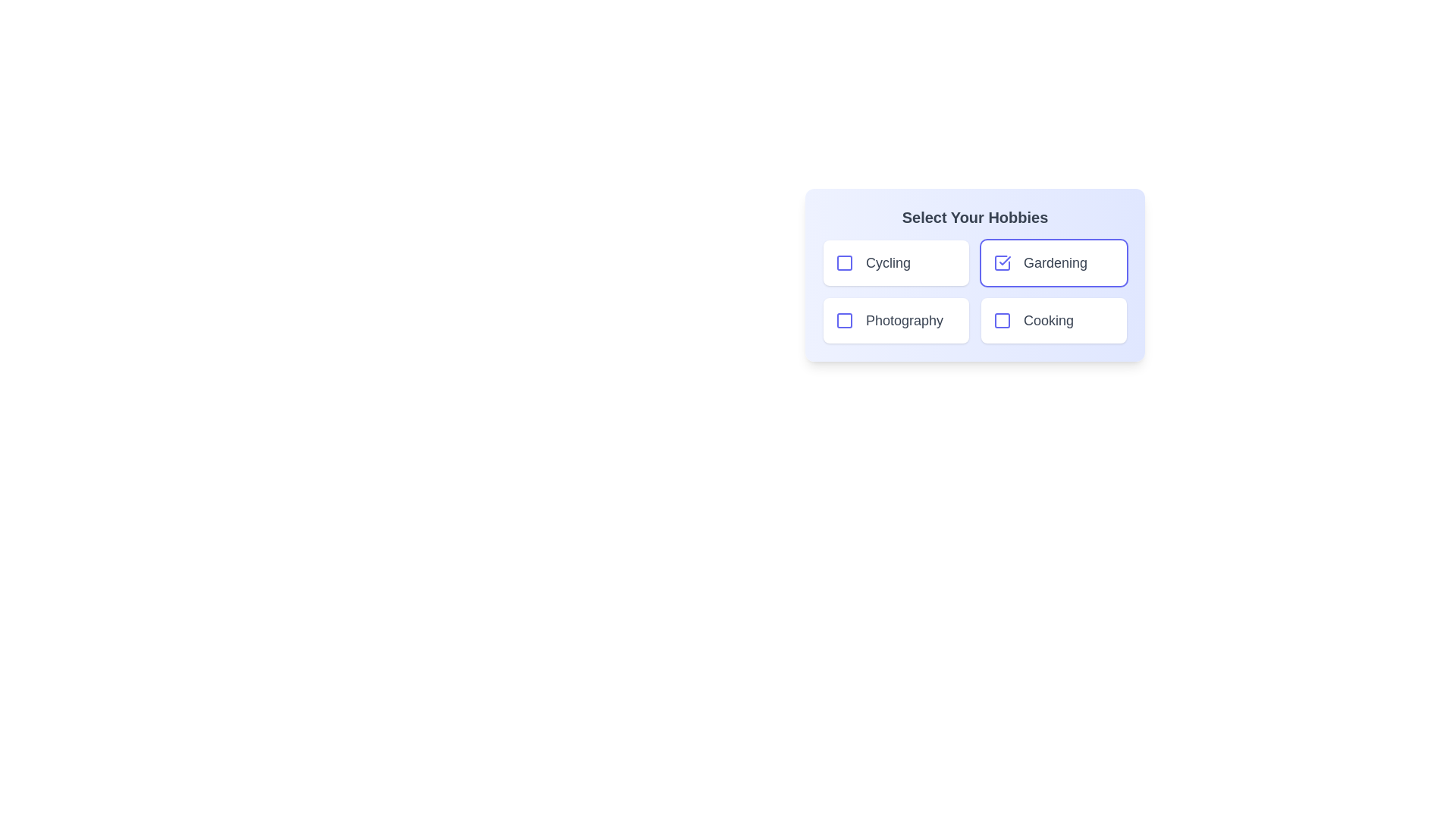 The height and width of the screenshot is (819, 1456). Describe the element at coordinates (843, 262) in the screenshot. I see `the hobby item Cycling` at that location.